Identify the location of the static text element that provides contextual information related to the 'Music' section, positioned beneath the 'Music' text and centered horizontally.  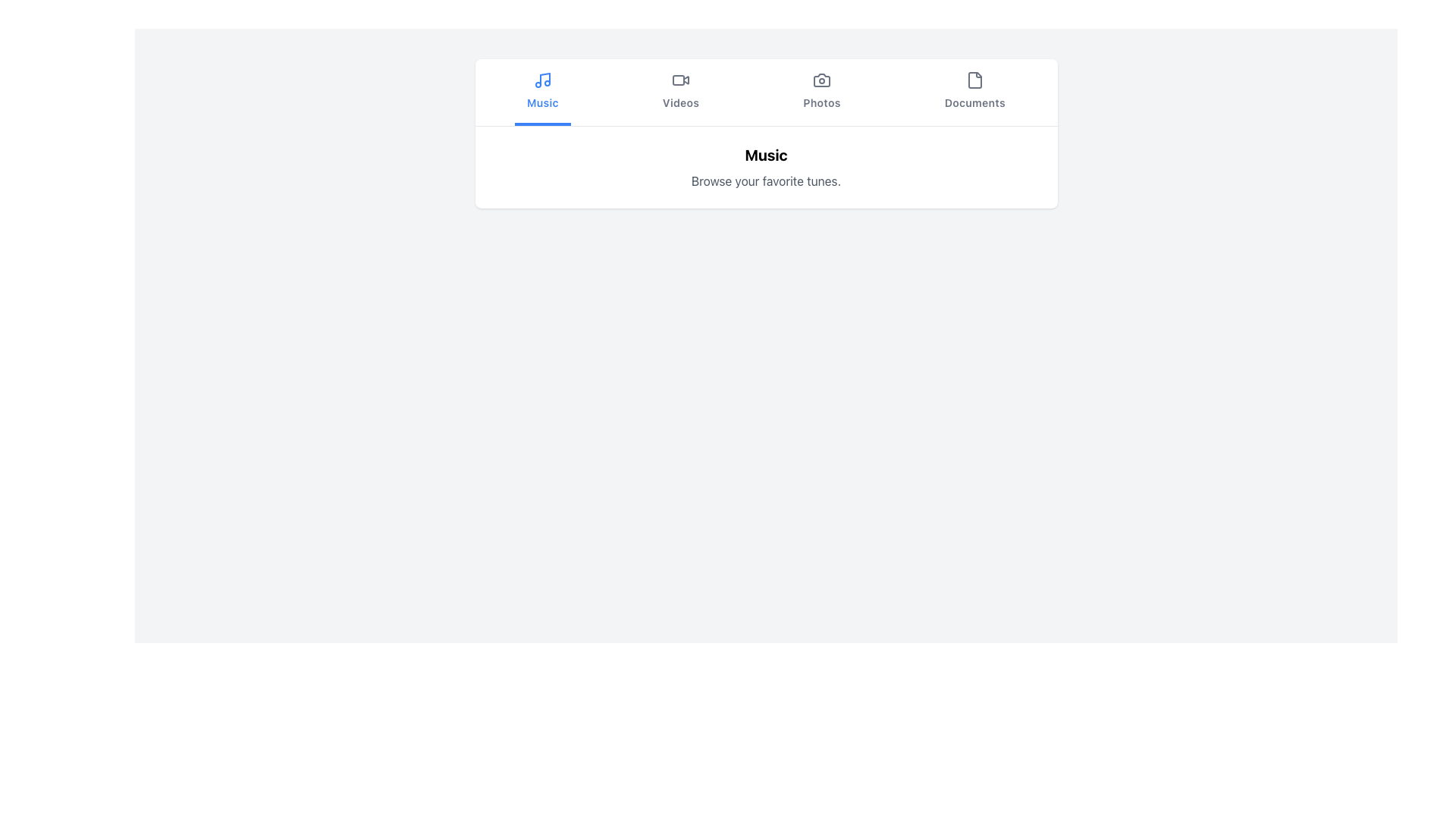
(766, 180).